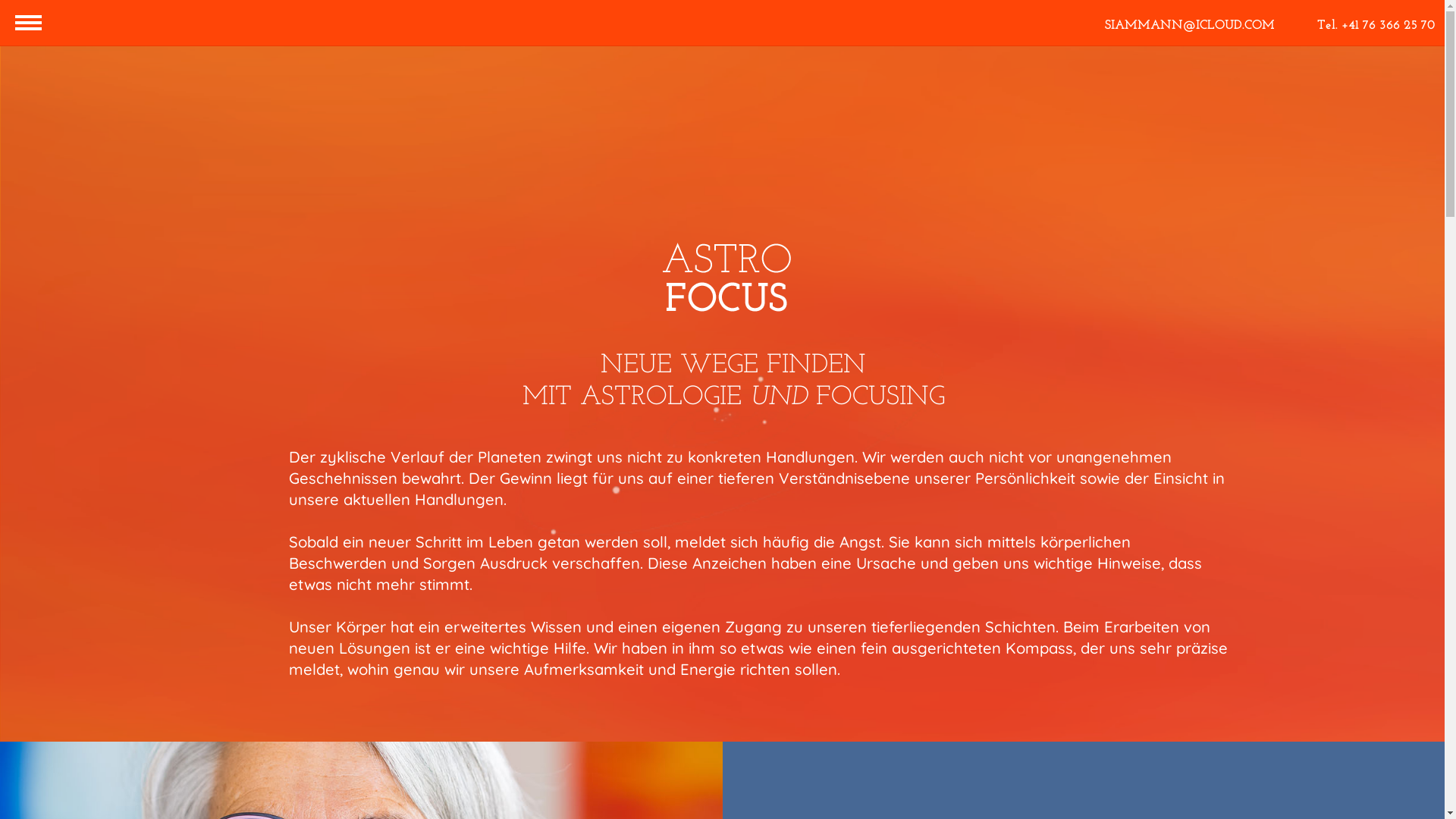 The height and width of the screenshot is (819, 1456). Describe the element at coordinates (1105, 26) in the screenshot. I see `'SIAMMANN@ICLOUD.COM'` at that location.